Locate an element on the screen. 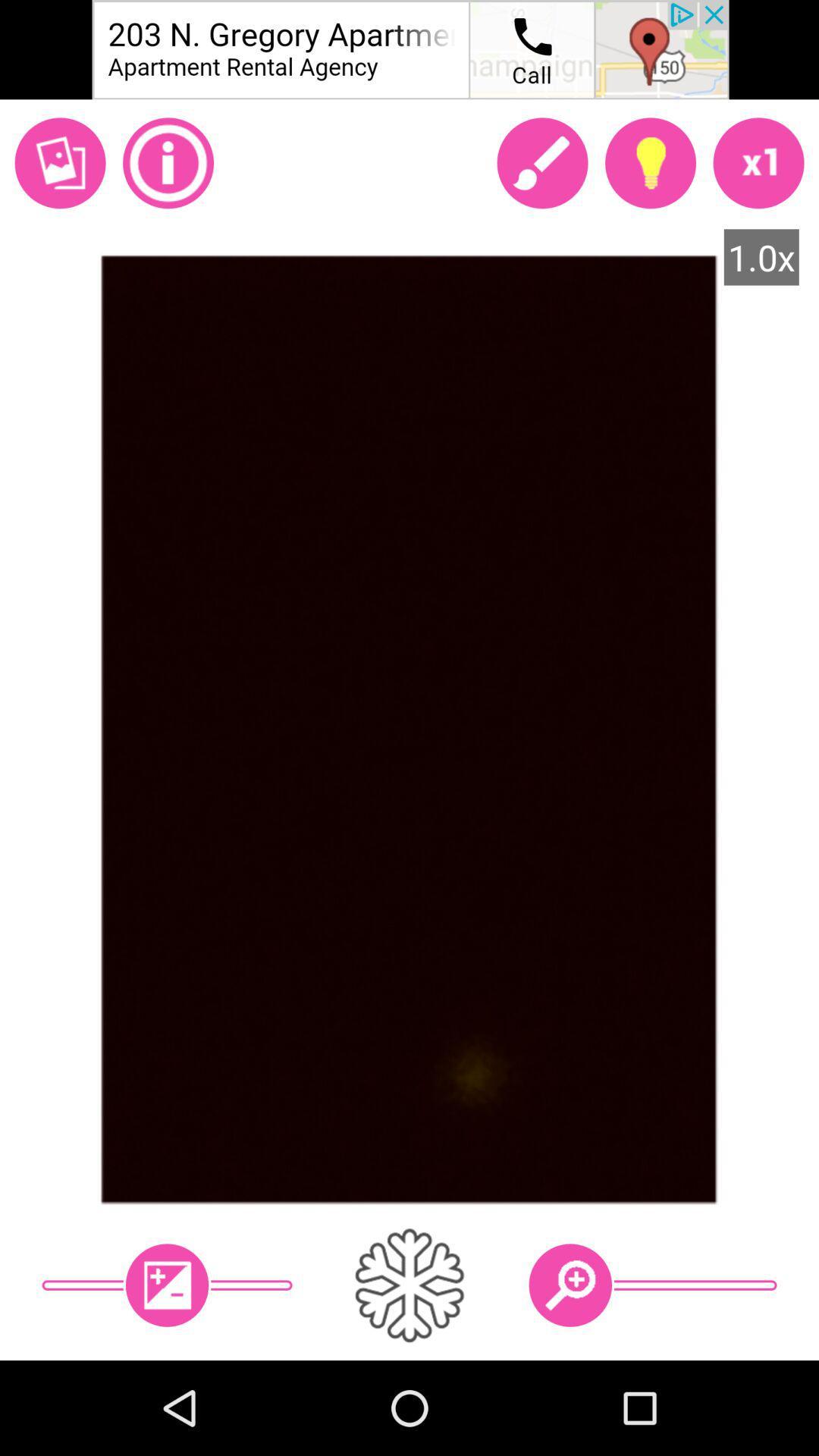 This screenshot has height=1456, width=819. brush option is located at coordinates (541, 163).